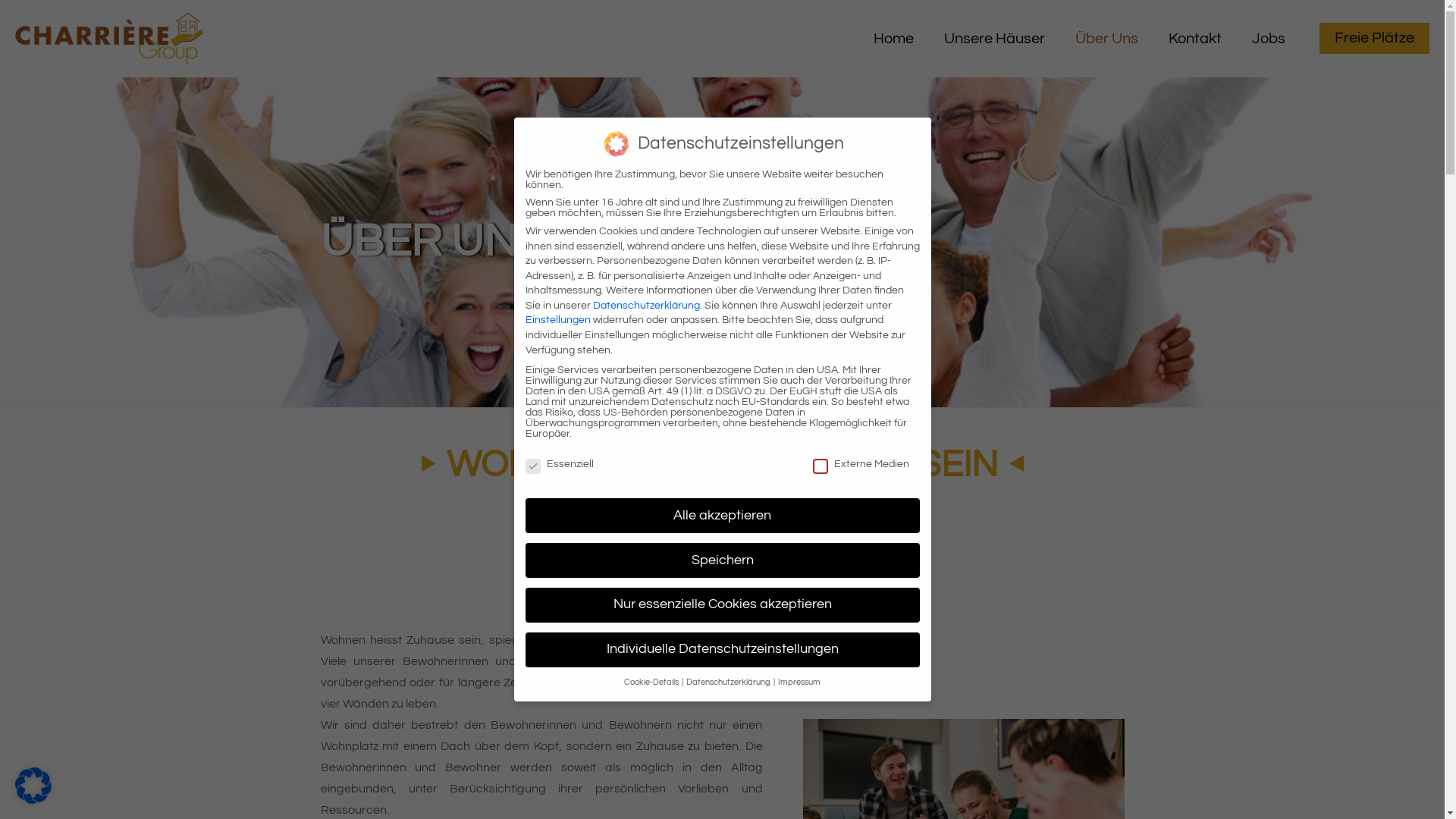  What do you see at coordinates (720, 604) in the screenshot?
I see `'Nur essenzielle Cookies akzeptieren'` at bounding box center [720, 604].